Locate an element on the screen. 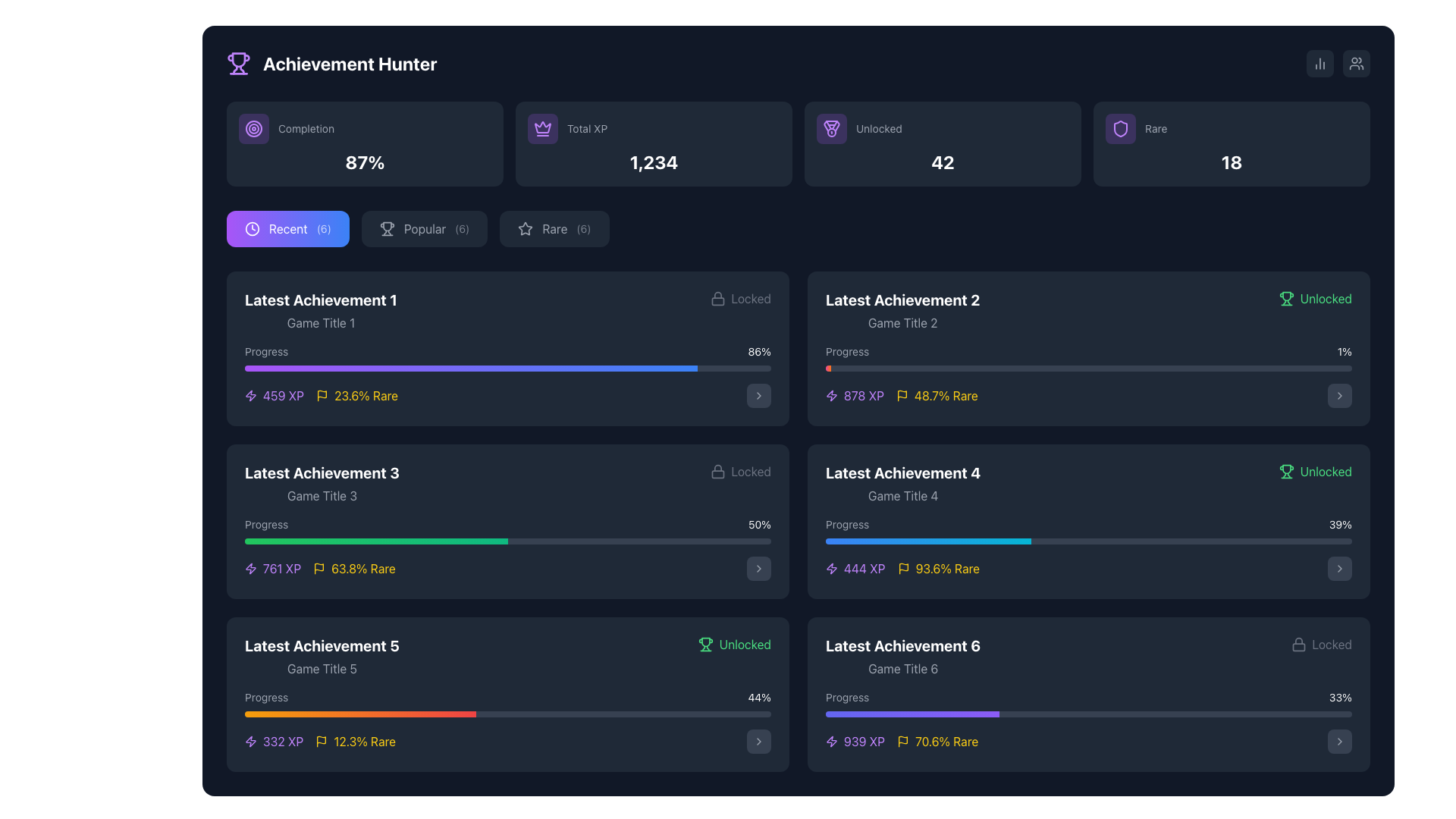 This screenshot has width=1456, height=819. the purple crown icon located in the 'Total XP' box above the numeric value '1,234' is located at coordinates (542, 127).